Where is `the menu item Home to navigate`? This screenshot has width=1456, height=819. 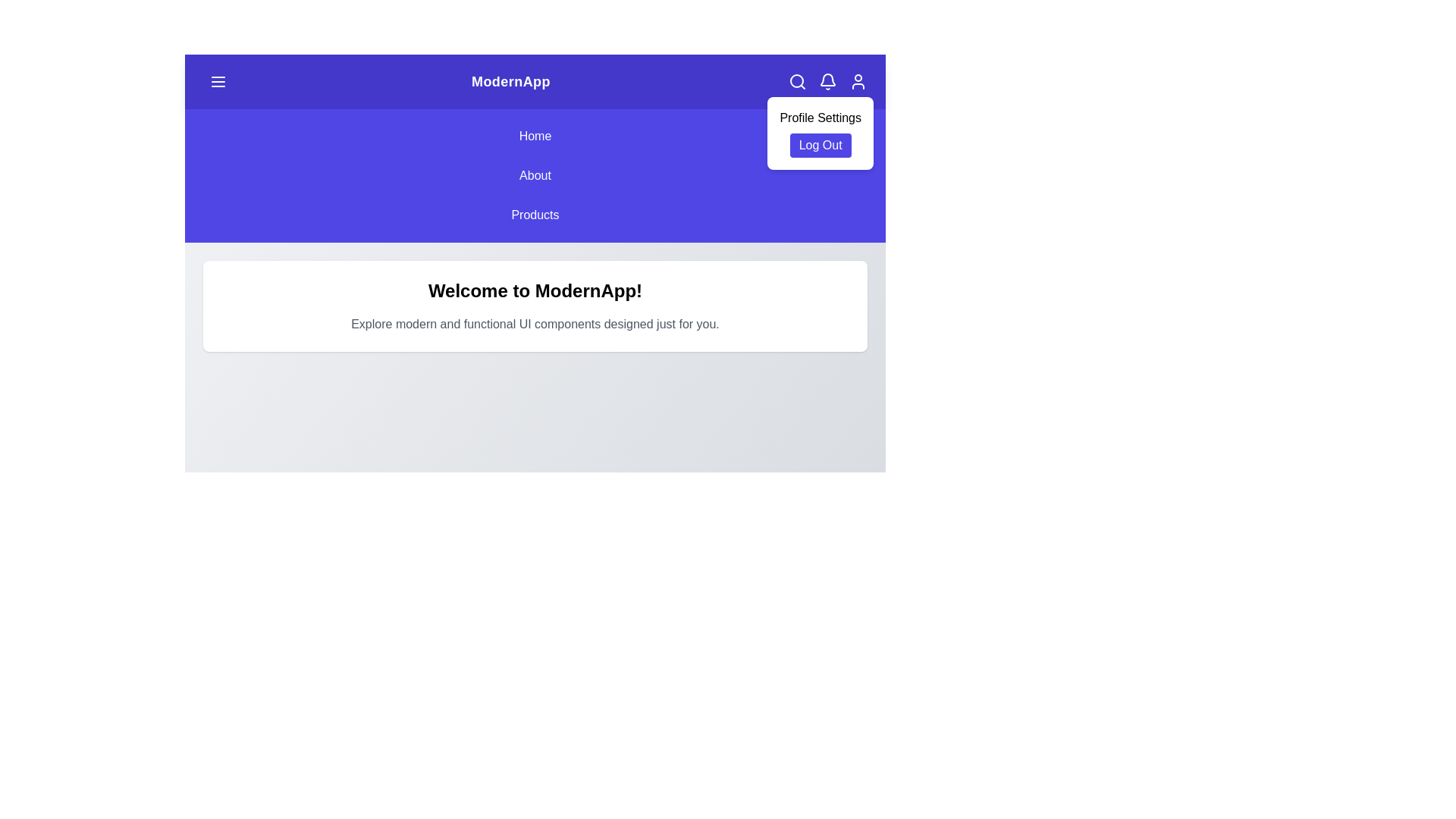
the menu item Home to navigate is located at coordinates (535, 136).